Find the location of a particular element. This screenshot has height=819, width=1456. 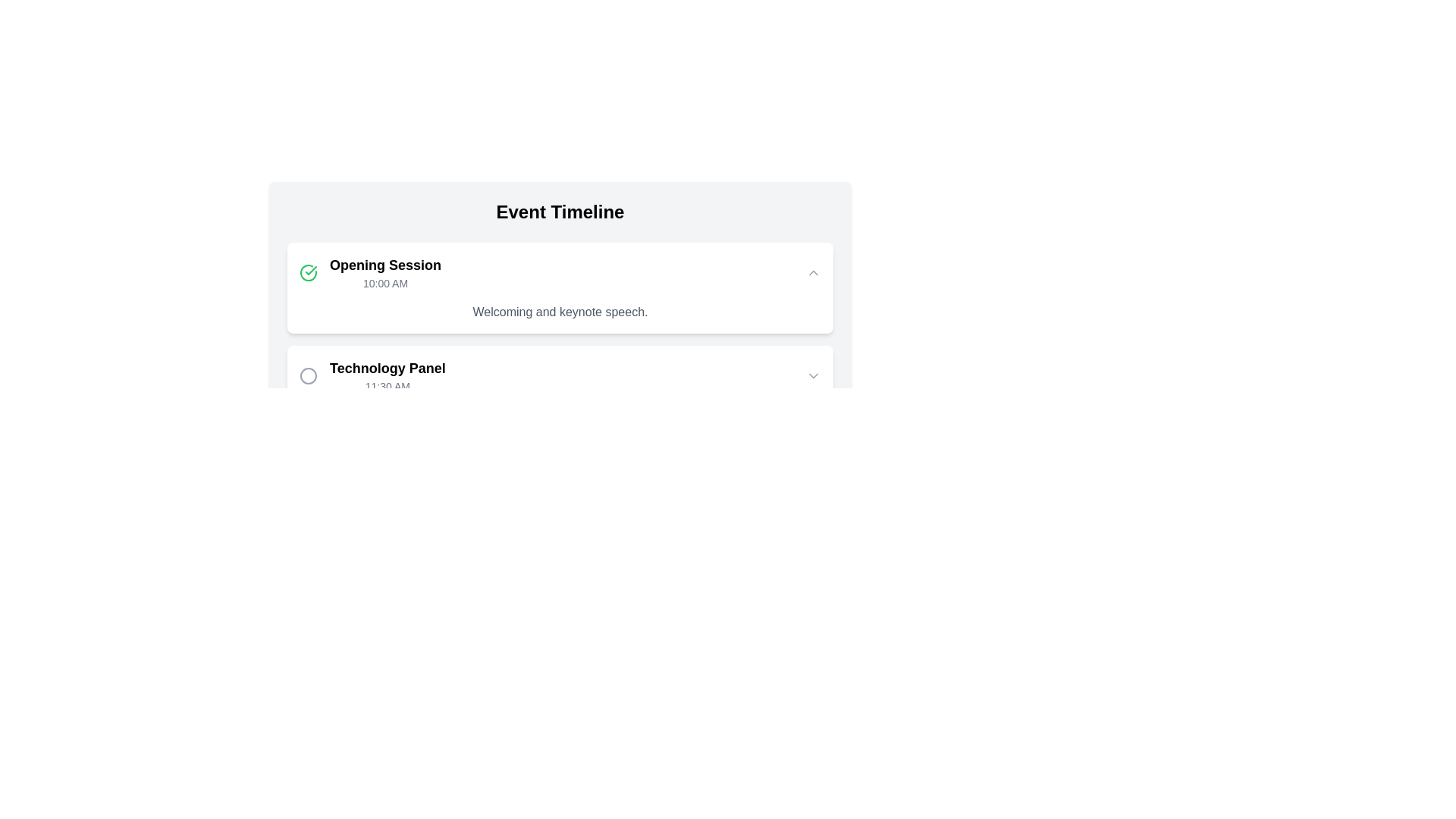

the 'Technology Panel' event entry indicator located below the 'Opening Session' and adjacent to a decorative circle icon is located at coordinates (372, 375).